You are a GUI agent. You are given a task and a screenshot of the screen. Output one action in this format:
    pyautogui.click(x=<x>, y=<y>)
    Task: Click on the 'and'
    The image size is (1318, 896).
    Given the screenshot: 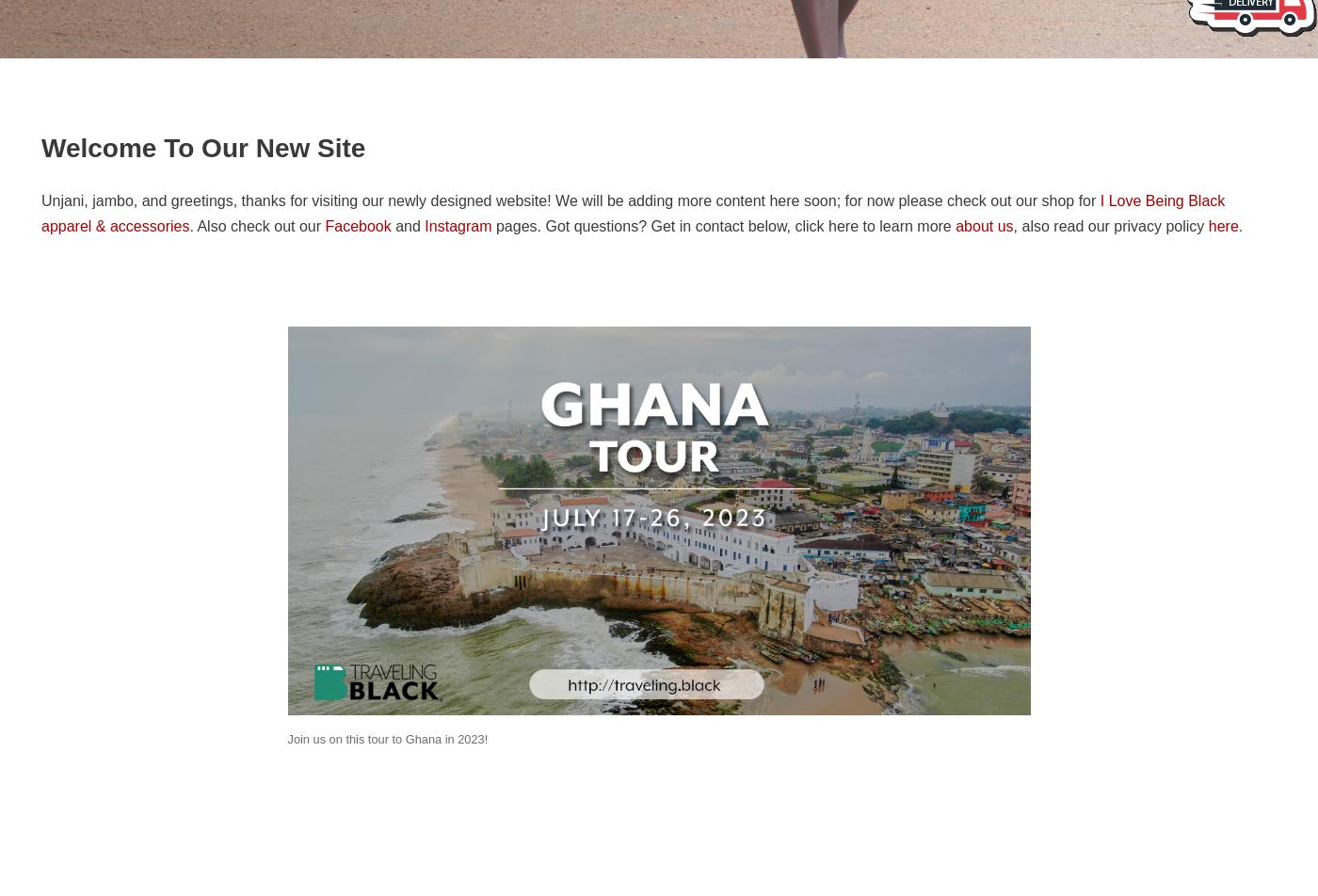 What is the action you would take?
    pyautogui.click(x=408, y=226)
    